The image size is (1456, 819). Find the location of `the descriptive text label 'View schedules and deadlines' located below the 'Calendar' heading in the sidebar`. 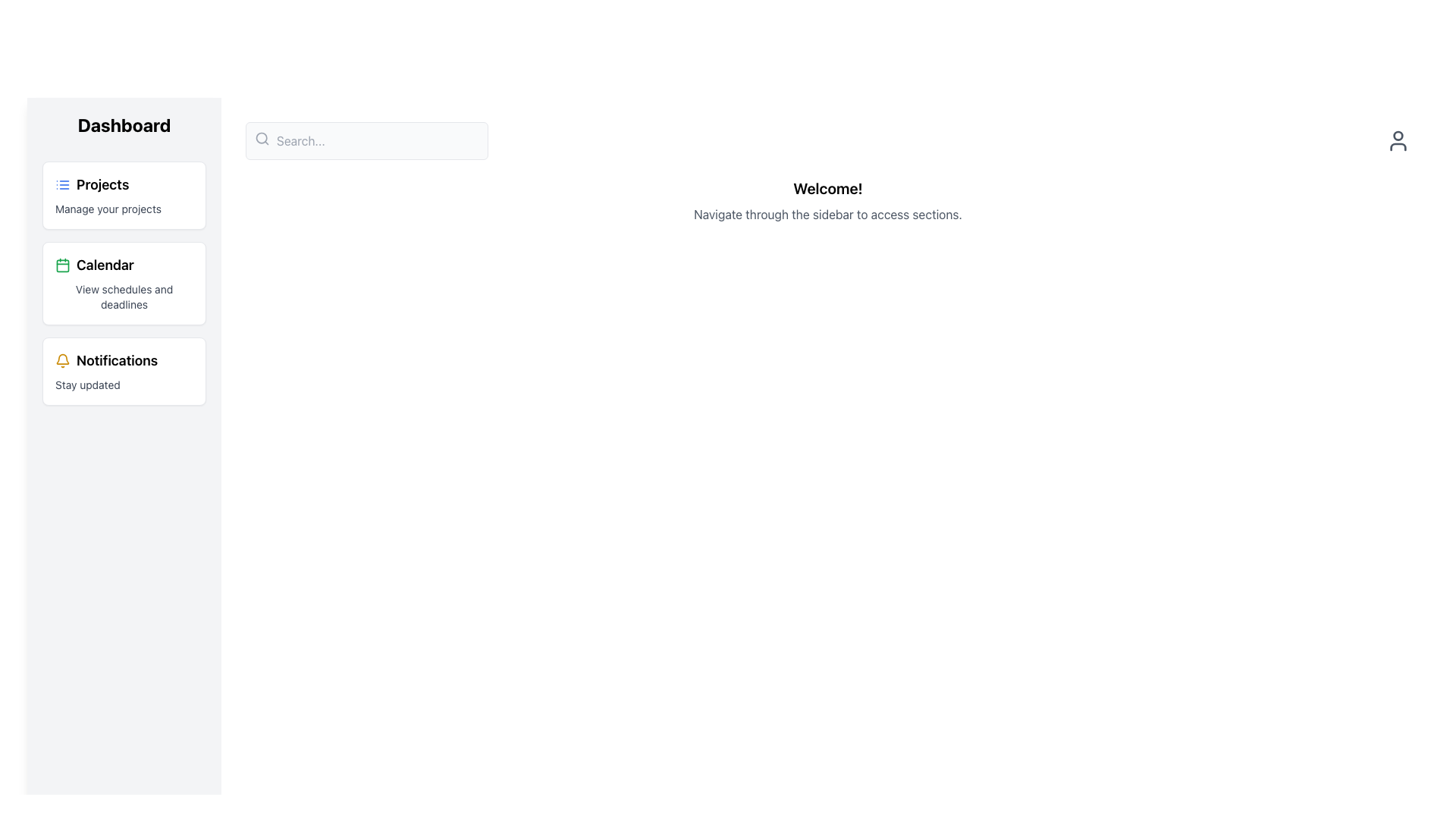

the descriptive text label 'View schedules and deadlines' located below the 'Calendar' heading in the sidebar is located at coordinates (124, 297).